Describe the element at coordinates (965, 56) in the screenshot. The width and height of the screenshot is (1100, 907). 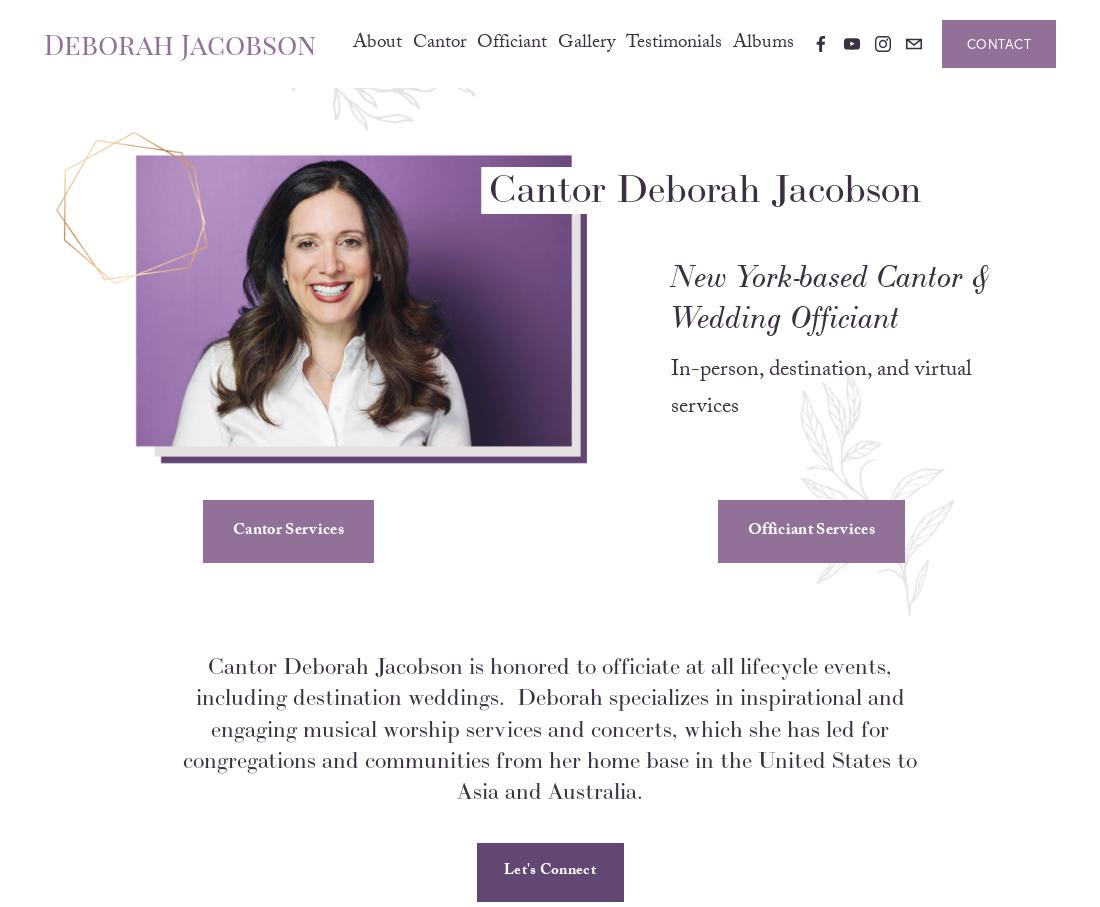
I see `'Contact'` at that location.